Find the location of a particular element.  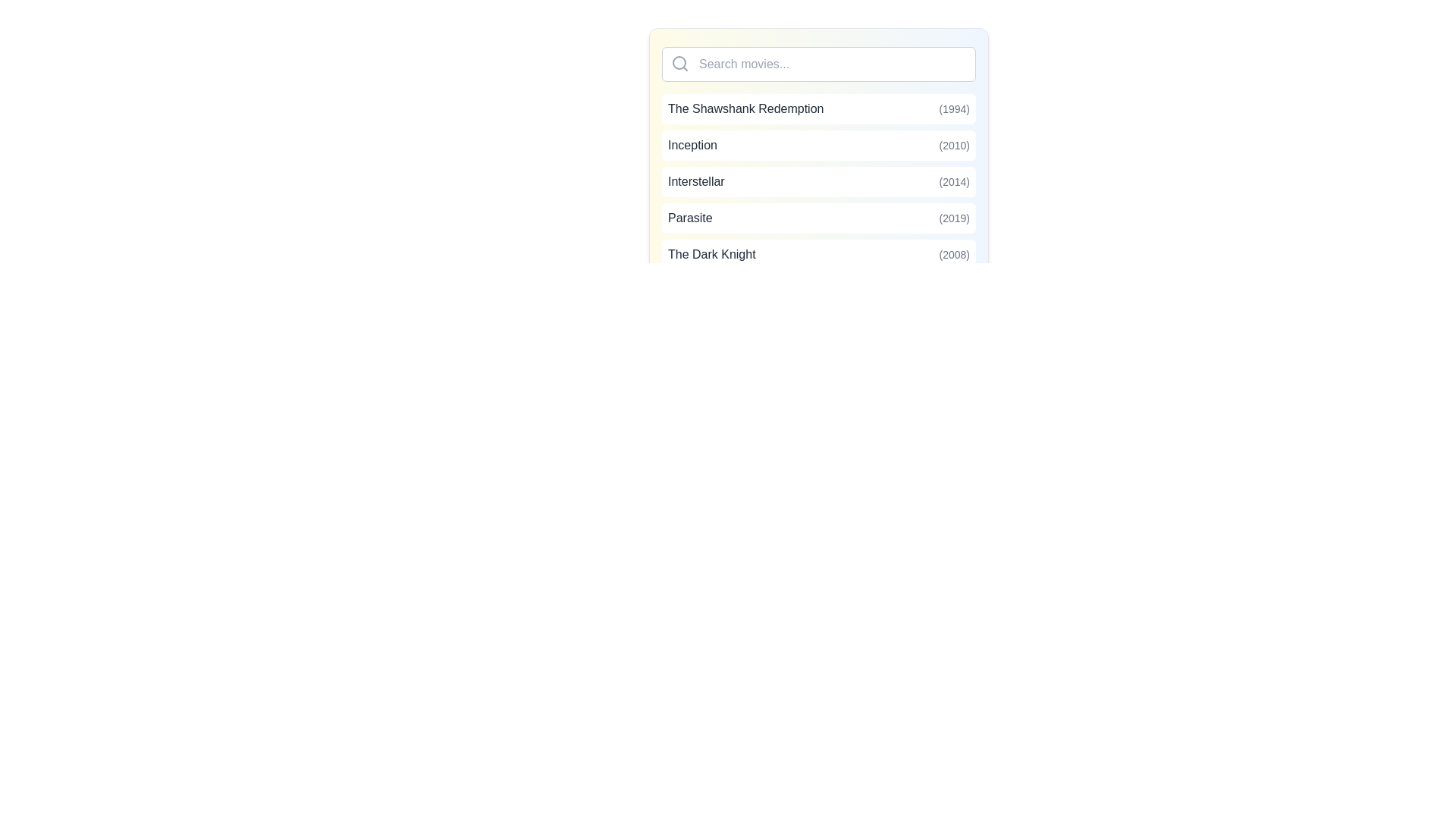

the first list item titled 'The Shawshank Redemption' is located at coordinates (818, 108).